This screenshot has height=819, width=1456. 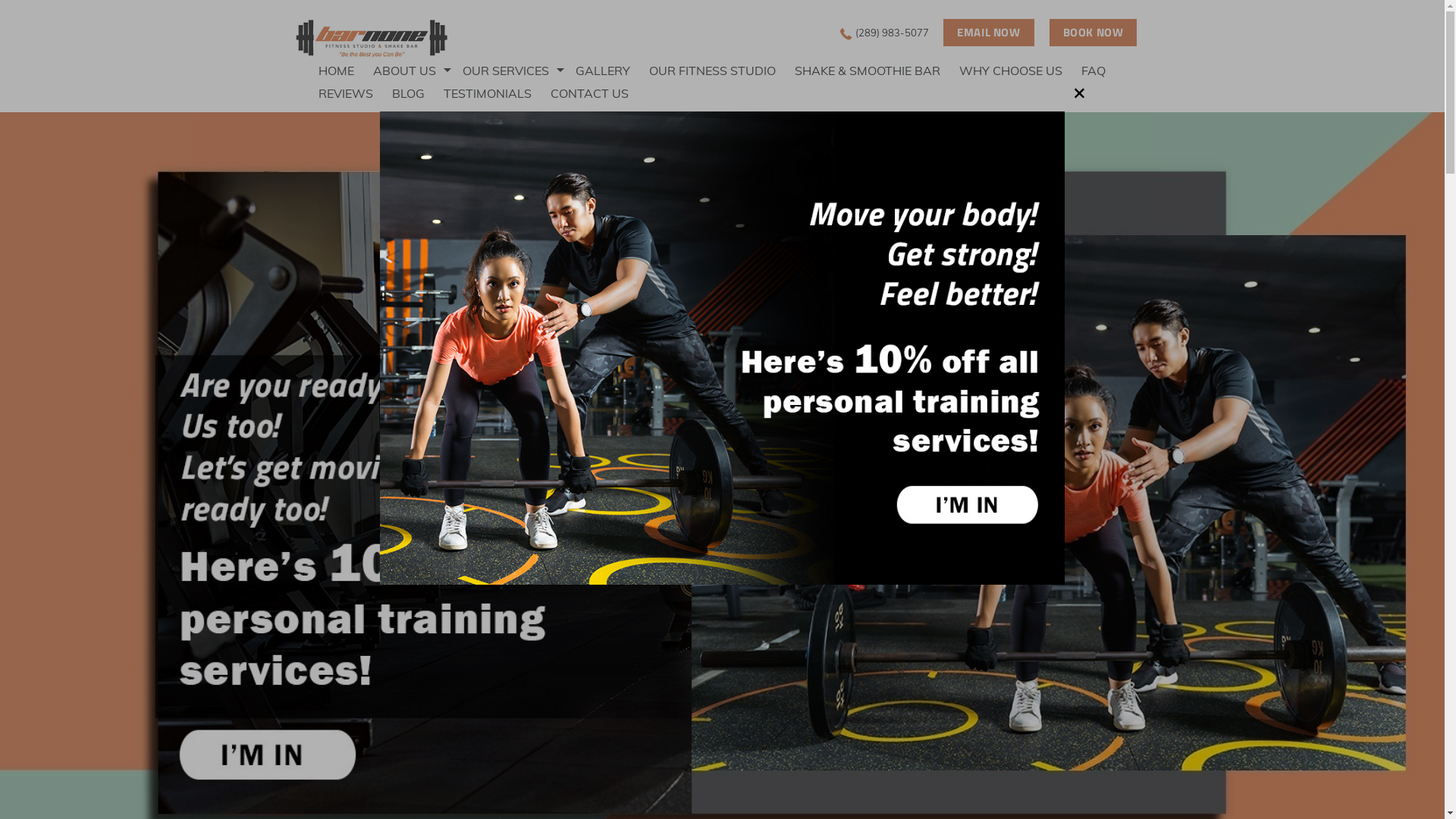 What do you see at coordinates (345, 70) in the screenshot?
I see `'HOME'` at bounding box center [345, 70].